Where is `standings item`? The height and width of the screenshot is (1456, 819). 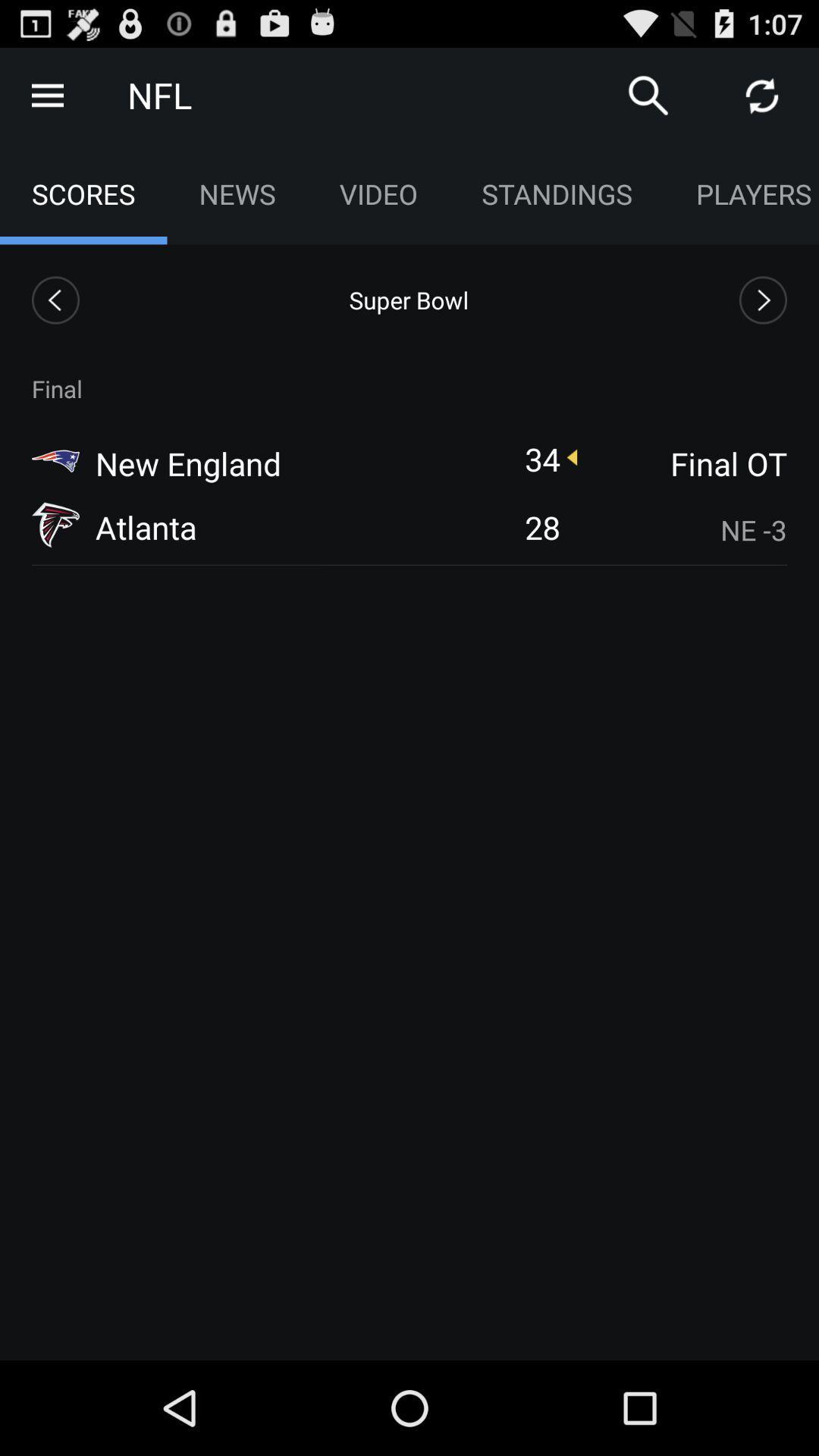 standings item is located at coordinates (557, 193).